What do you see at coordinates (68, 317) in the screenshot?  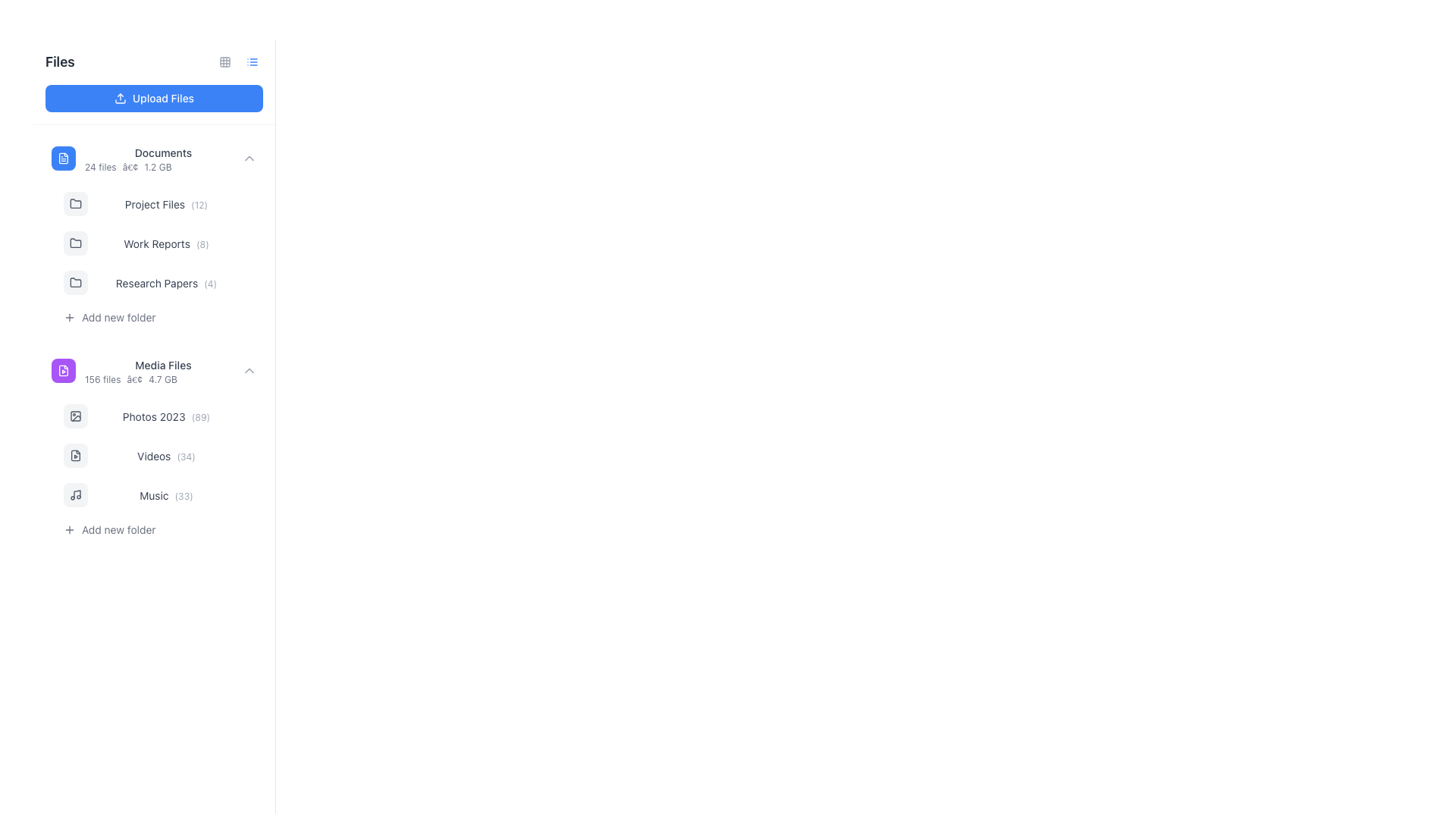 I see `the circular '+' icon button located in the left-hand panel under the 'Documents' section` at bounding box center [68, 317].